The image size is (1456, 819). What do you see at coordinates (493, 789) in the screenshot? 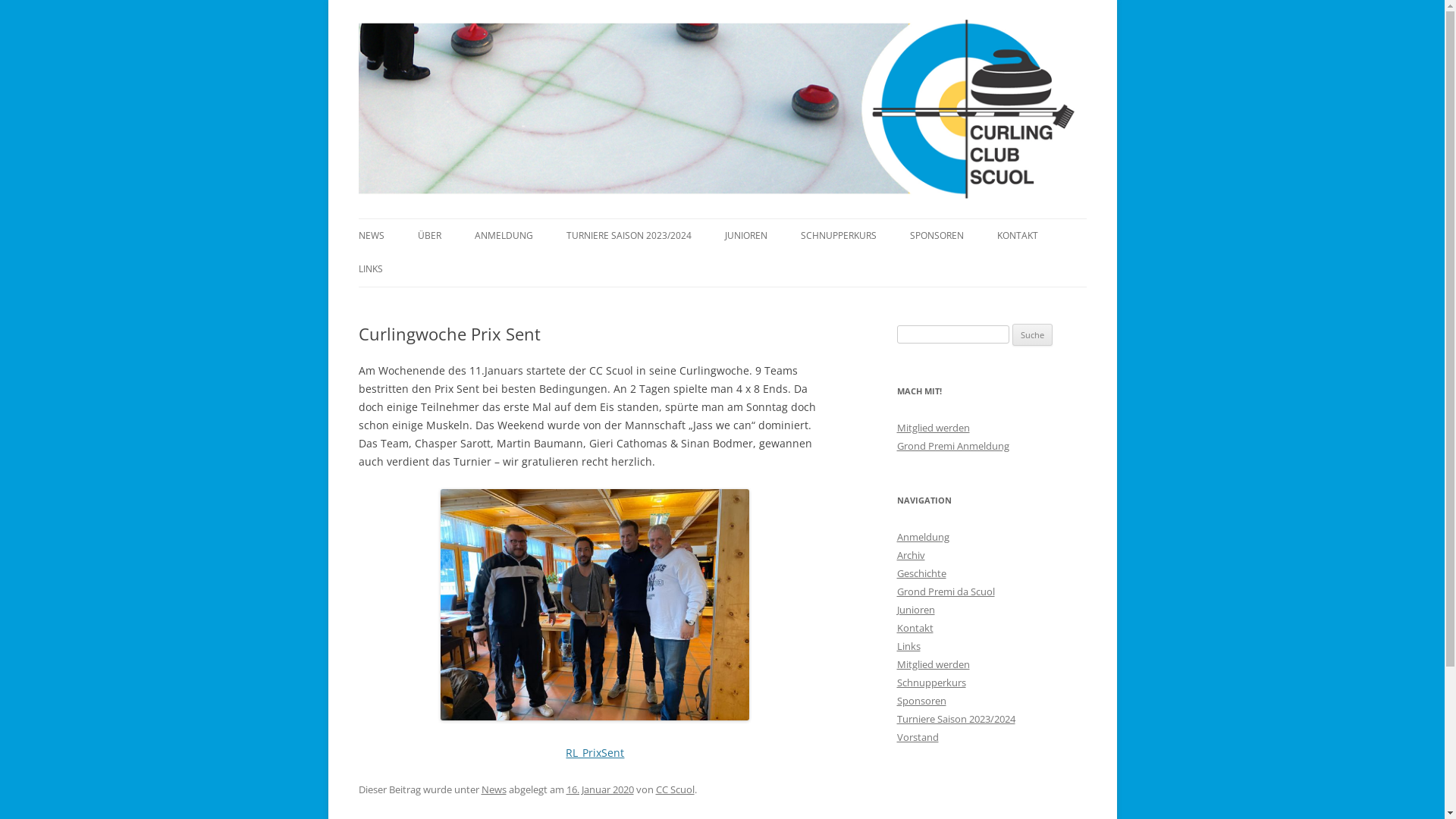
I see `'News'` at bounding box center [493, 789].